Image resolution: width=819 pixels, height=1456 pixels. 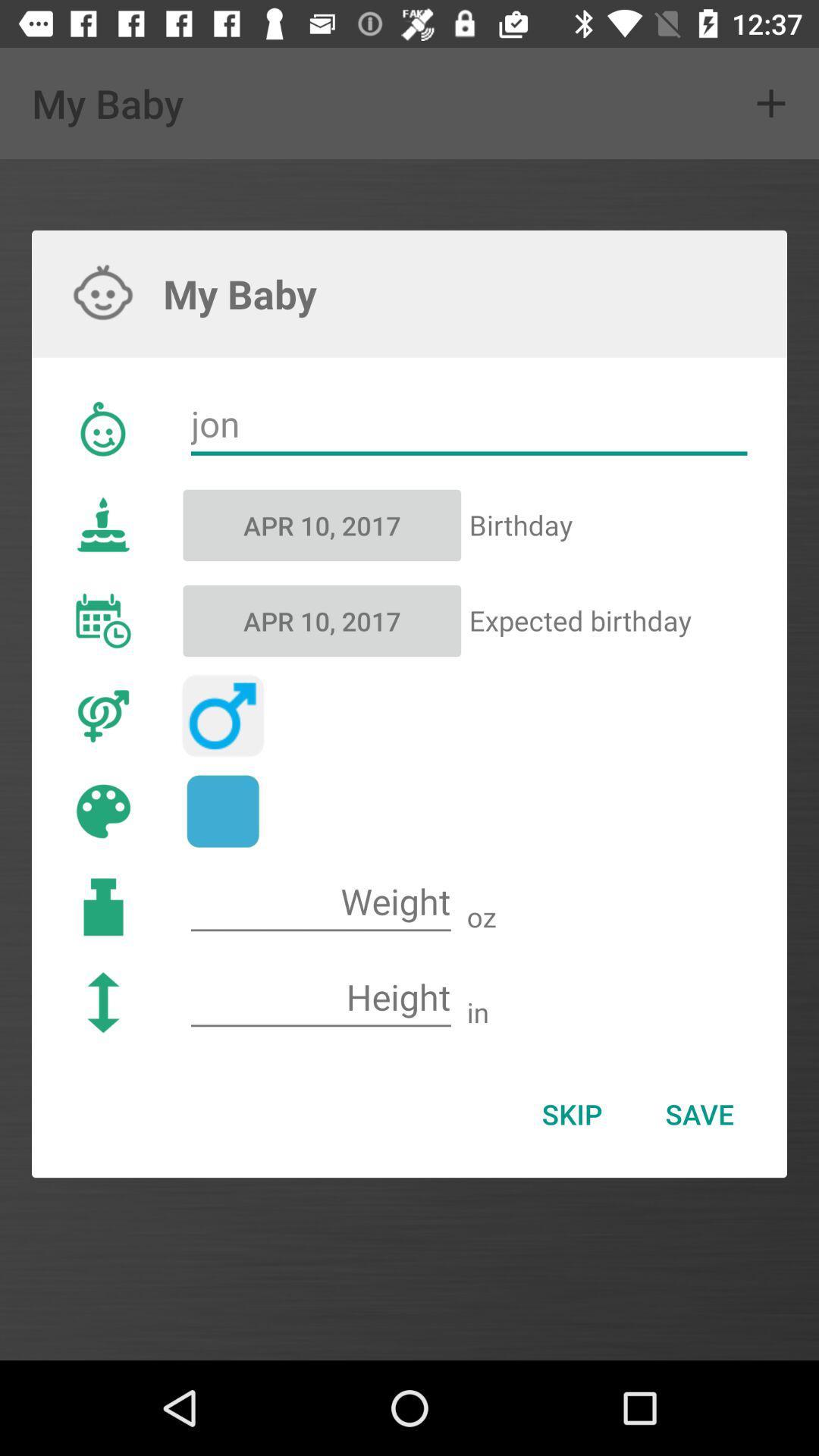 What do you see at coordinates (320, 998) in the screenshot?
I see `a value height in inches` at bounding box center [320, 998].